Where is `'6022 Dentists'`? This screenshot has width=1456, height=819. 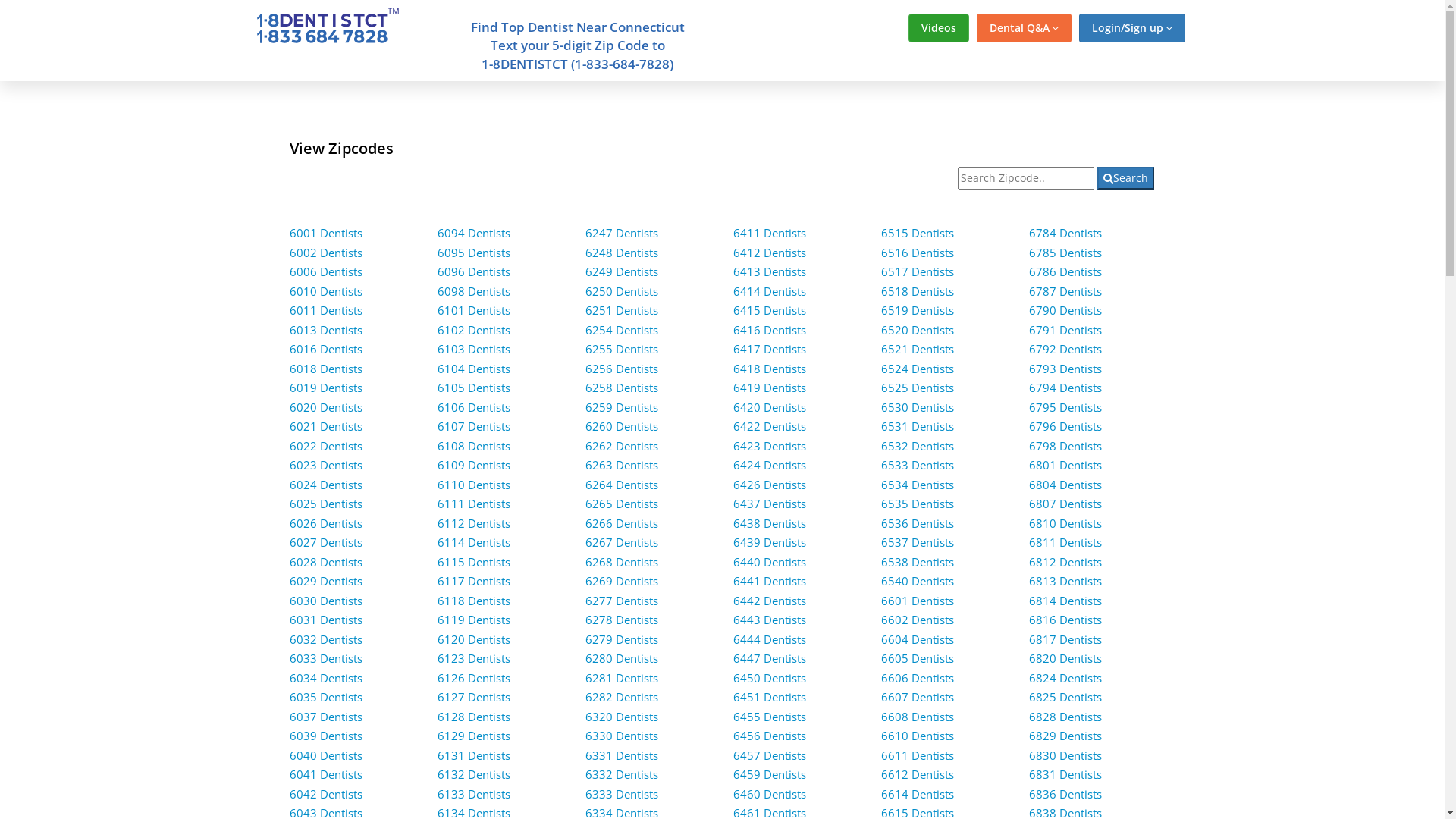 '6022 Dentists' is located at coordinates (325, 444).